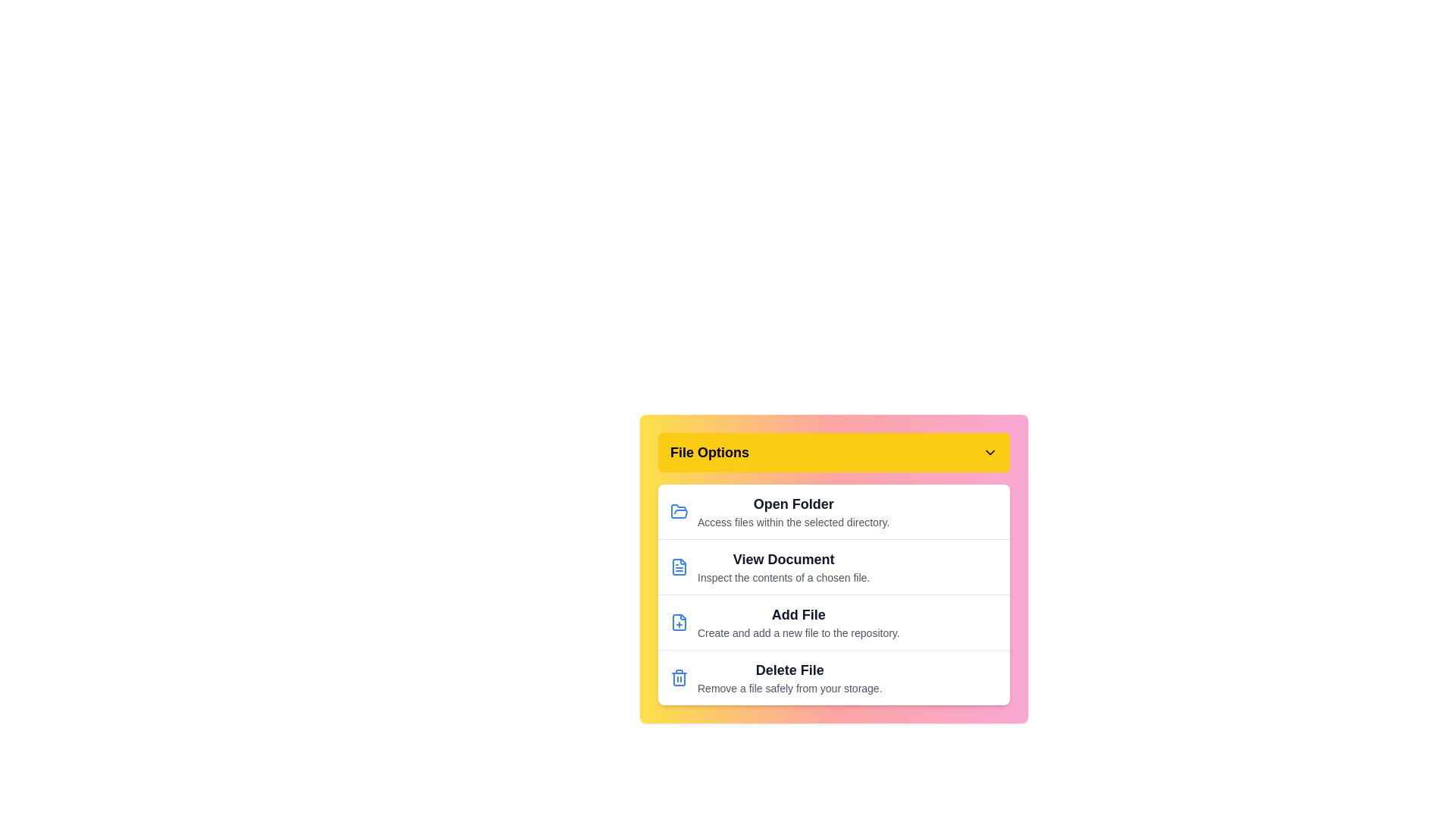 The width and height of the screenshot is (1456, 819). What do you see at coordinates (783, 567) in the screenshot?
I see `the 'View Document' button-like menu item, which is the second action item in the 'File Options' menu` at bounding box center [783, 567].